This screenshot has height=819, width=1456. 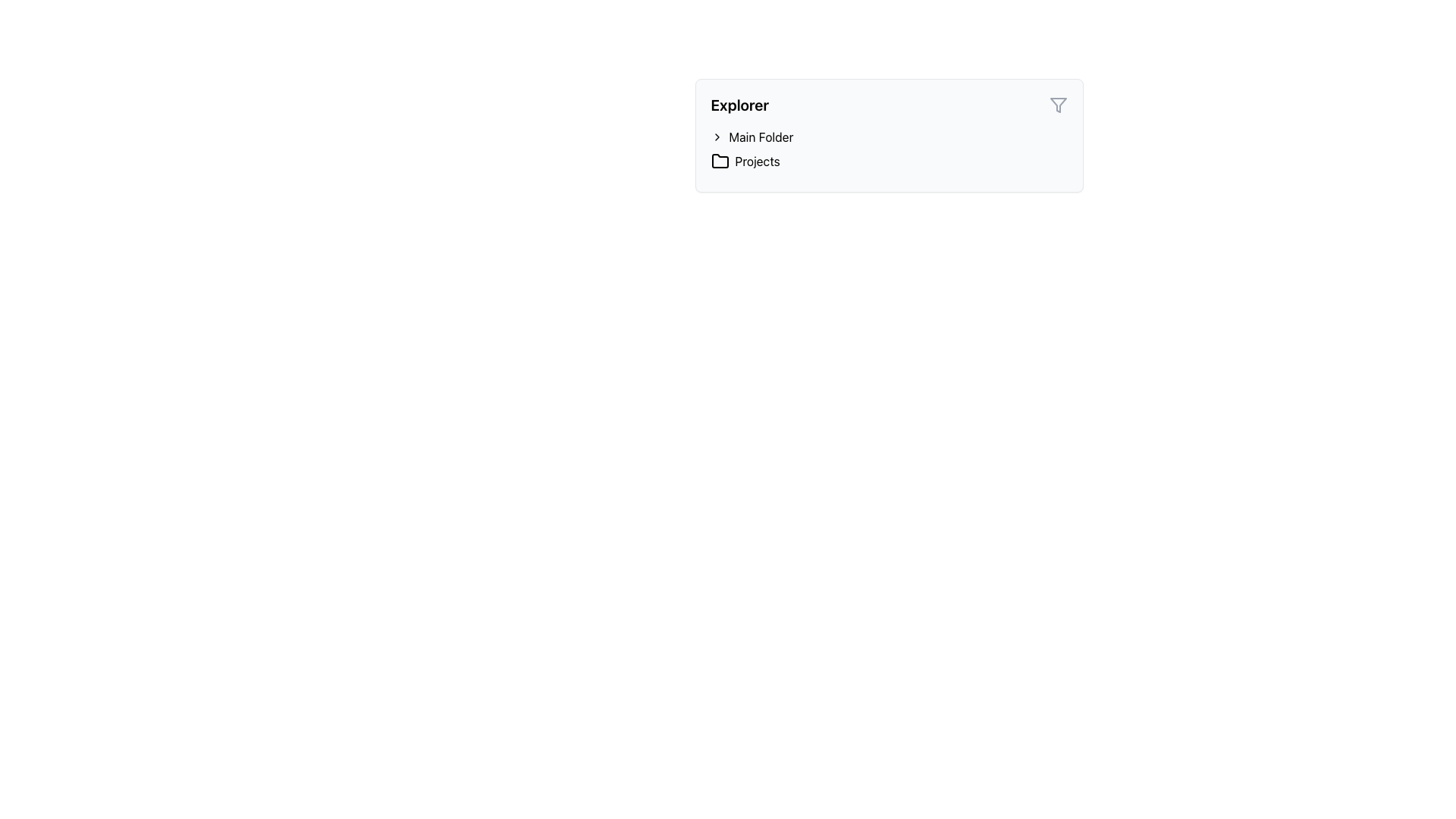 What do you see at coordinates (719, 161) in the screenshot?
I see `the folder icon located in the Explorer panel, which is aligned to the left side of the 'Projects' label` at bounding box center [719, 161].